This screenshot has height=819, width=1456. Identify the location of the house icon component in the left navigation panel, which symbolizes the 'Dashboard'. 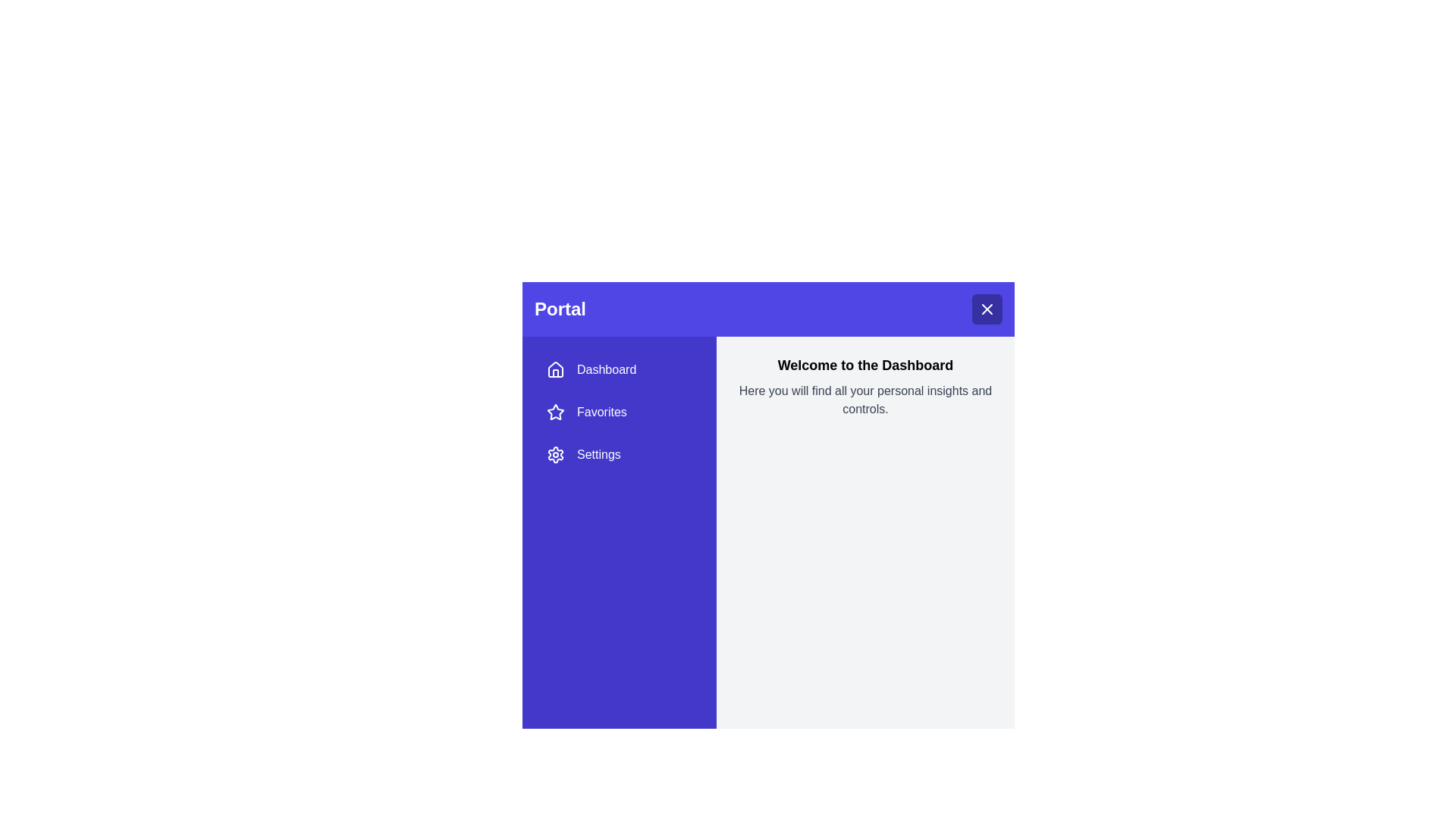
(555, 373).